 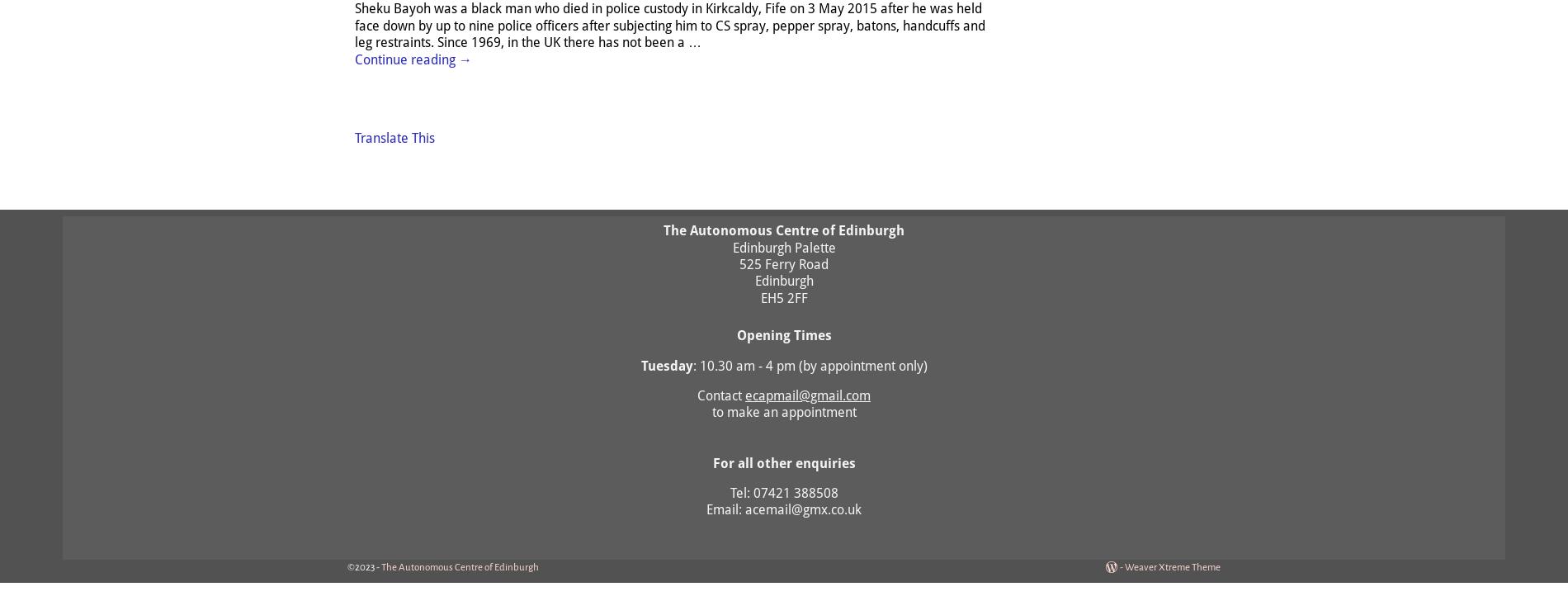 I want to click on 'Edinburgh Palette', so click(x=782, y=247).